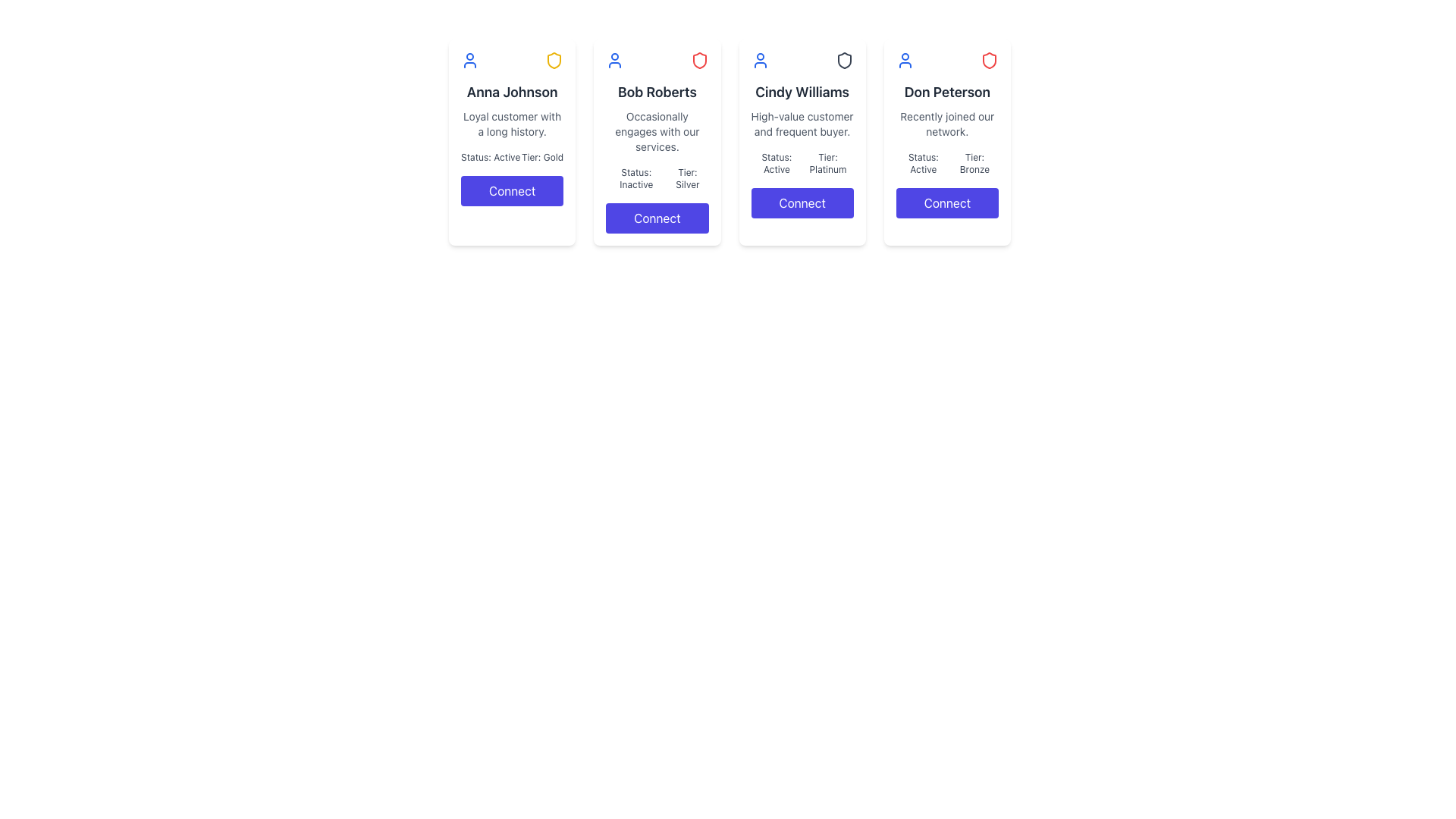 This screenshot has width=1456, height=819. Describe the element at coordinates (905, 60) in the screenshot. I see `the user icon which is a blue human figure outline located at the top-left corner of the card displaying user details for 'Don Peterson'` at that location.